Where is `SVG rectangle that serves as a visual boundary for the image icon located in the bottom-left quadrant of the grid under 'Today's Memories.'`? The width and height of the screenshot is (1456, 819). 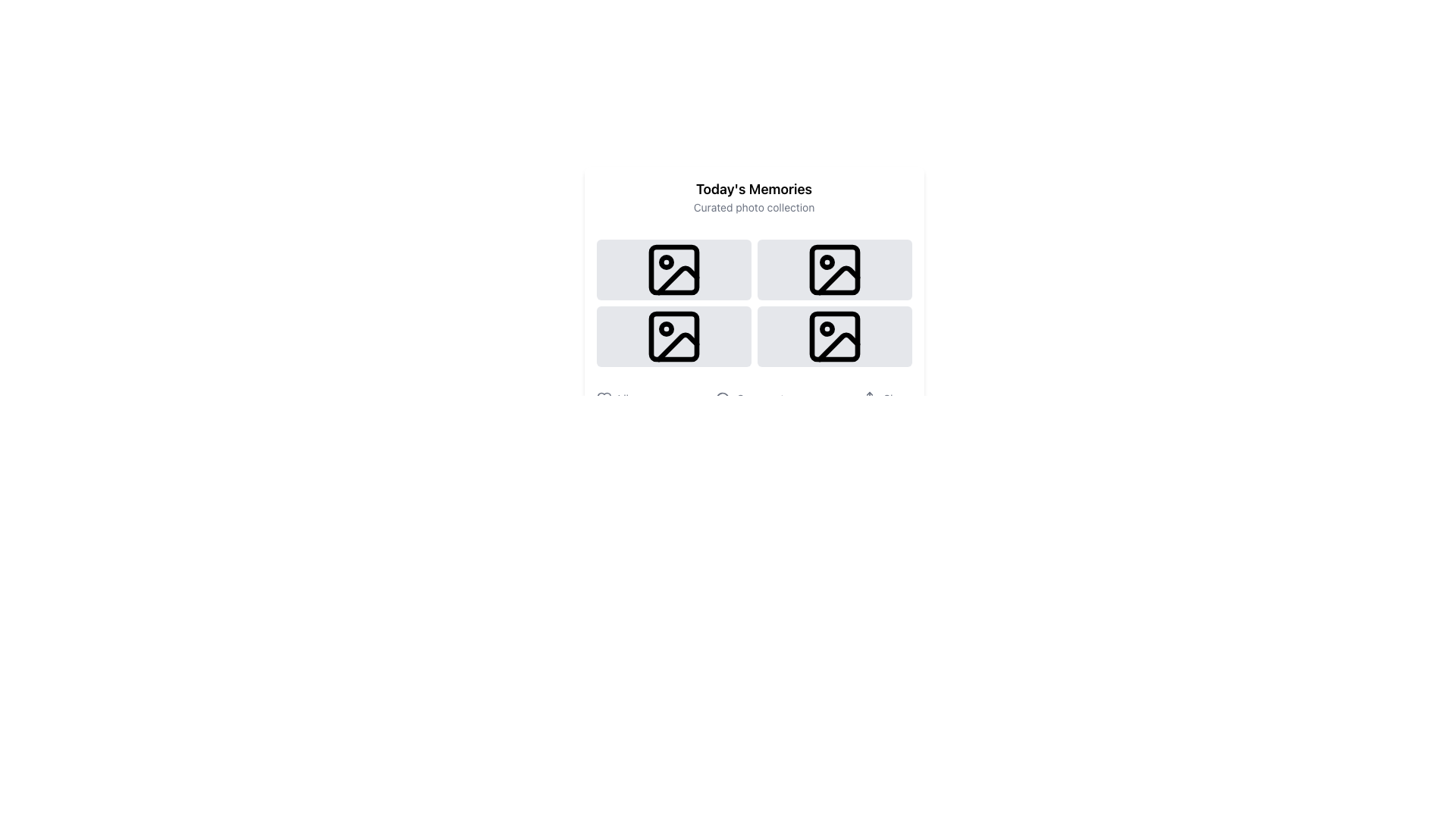
SVG rectangle that serves as a visual boundary for the image icon located in the bottom-left quadrant of the grid under 'Today's Memories.' is located at coordinates (673, 335).